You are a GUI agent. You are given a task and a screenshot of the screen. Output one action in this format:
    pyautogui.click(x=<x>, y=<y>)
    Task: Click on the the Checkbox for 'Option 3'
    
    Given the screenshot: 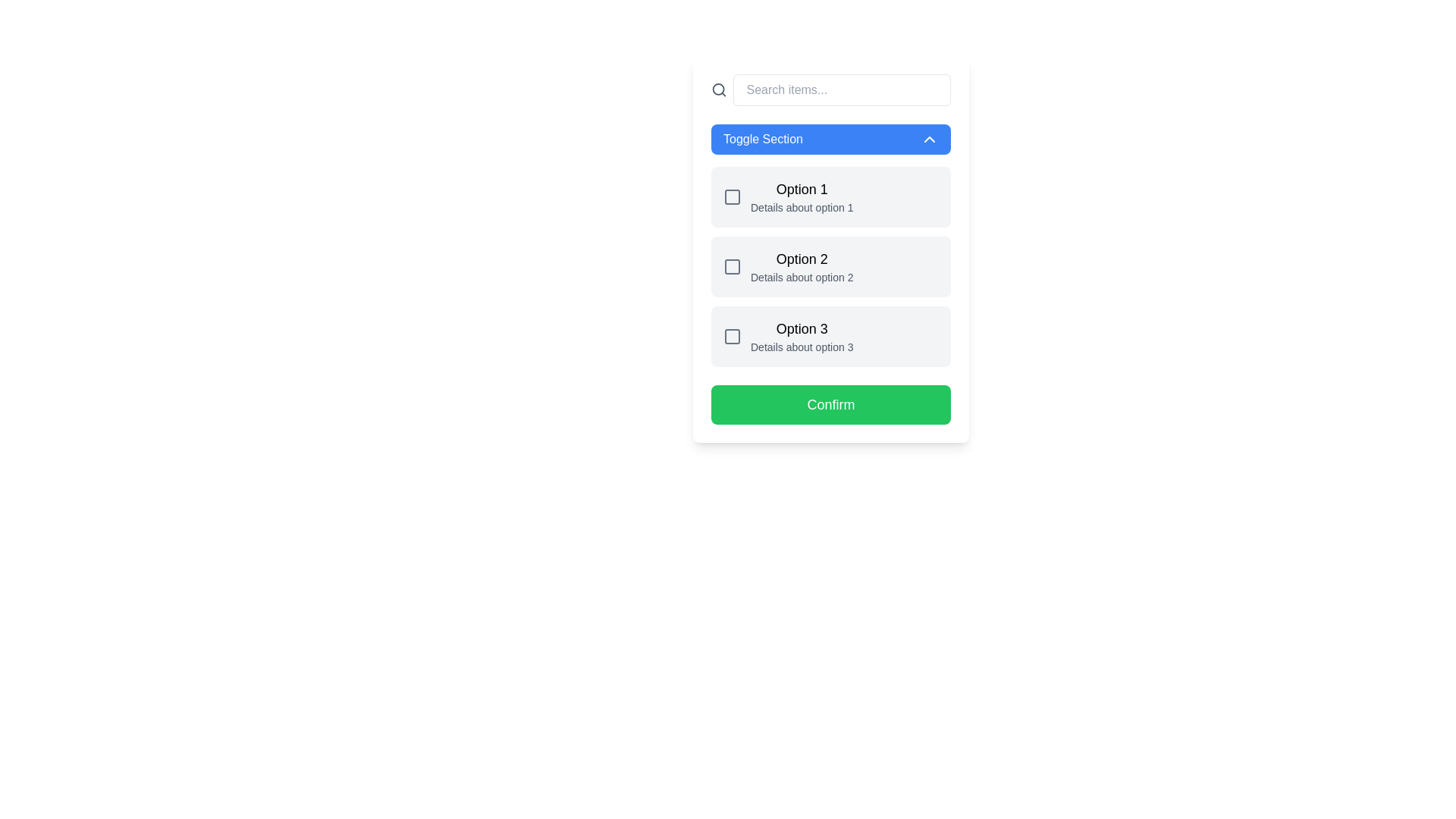 What is the action you would take?
    pyautogui.click(x=788, y=335)
    